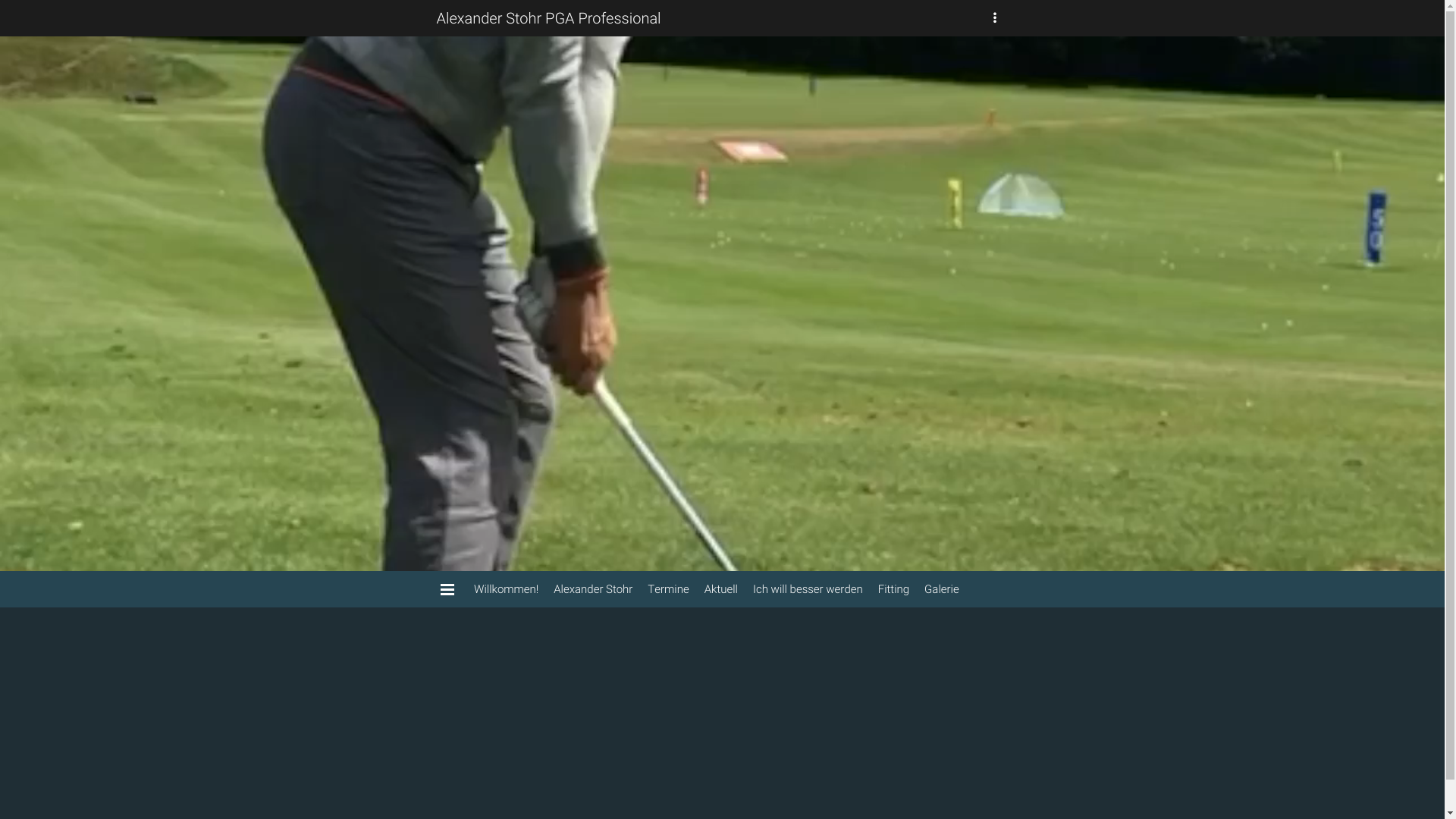 The image size is (1456, 819). I want to click on 'Willkommen!', so click(465, 588).